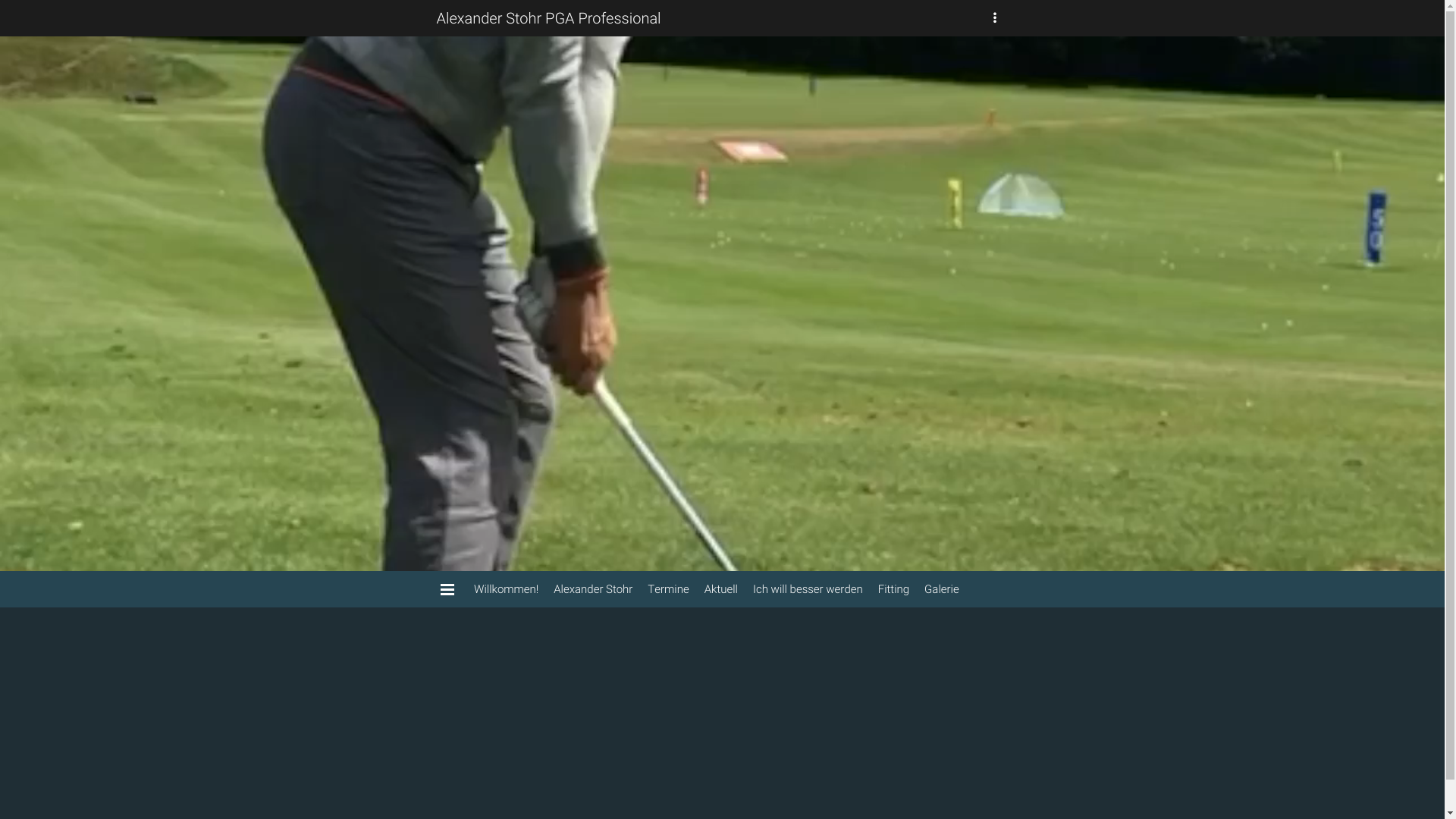 The image size is (1456, 819). I want to click on 'Willkommen!', so click(465, 588).